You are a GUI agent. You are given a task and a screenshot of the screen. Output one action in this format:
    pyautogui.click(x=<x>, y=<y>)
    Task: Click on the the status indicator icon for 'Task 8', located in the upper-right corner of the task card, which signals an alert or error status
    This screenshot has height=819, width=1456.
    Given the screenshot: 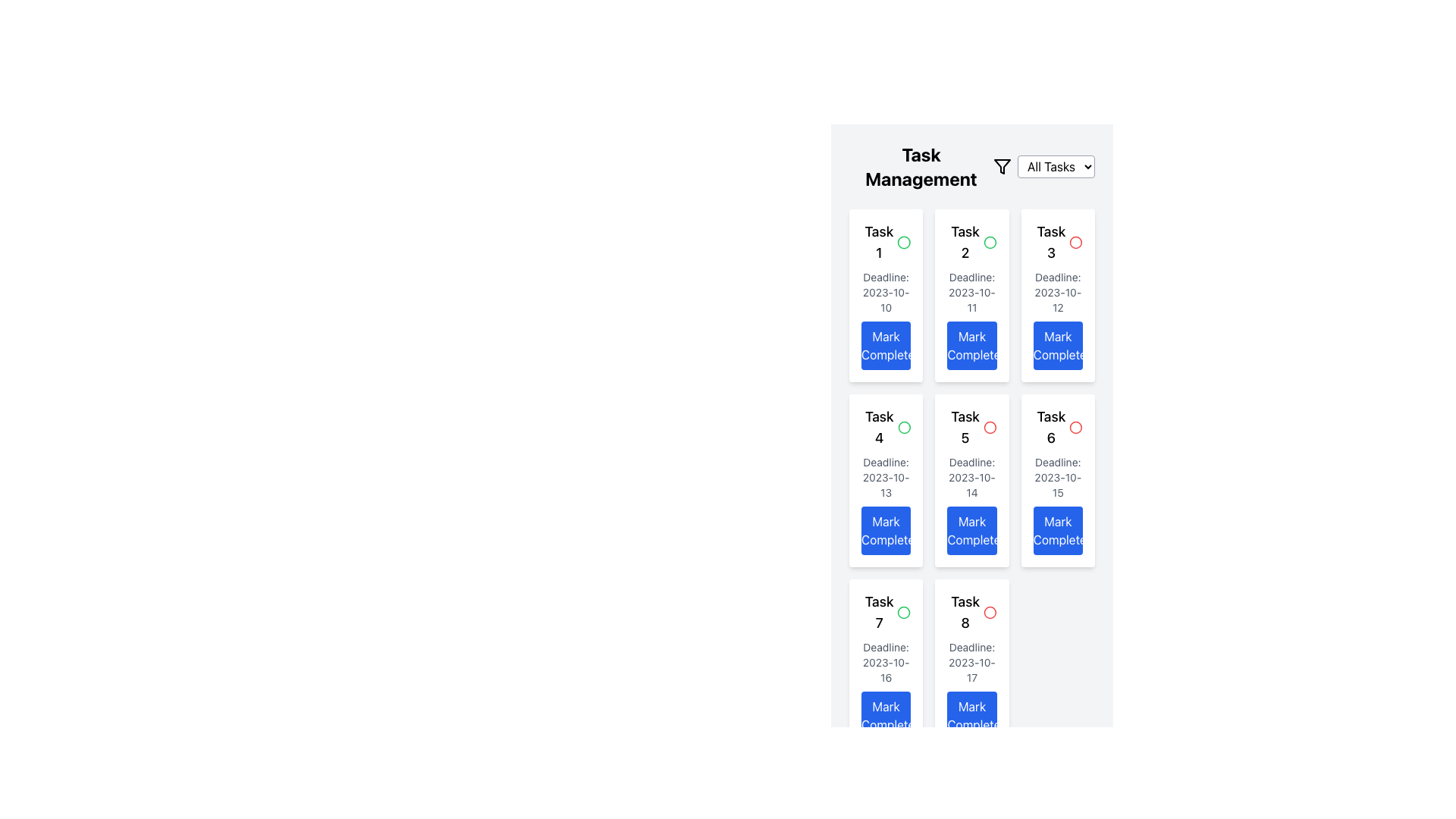 What is the action you would take?
    pyautogui.click(x=990, y=611)
    